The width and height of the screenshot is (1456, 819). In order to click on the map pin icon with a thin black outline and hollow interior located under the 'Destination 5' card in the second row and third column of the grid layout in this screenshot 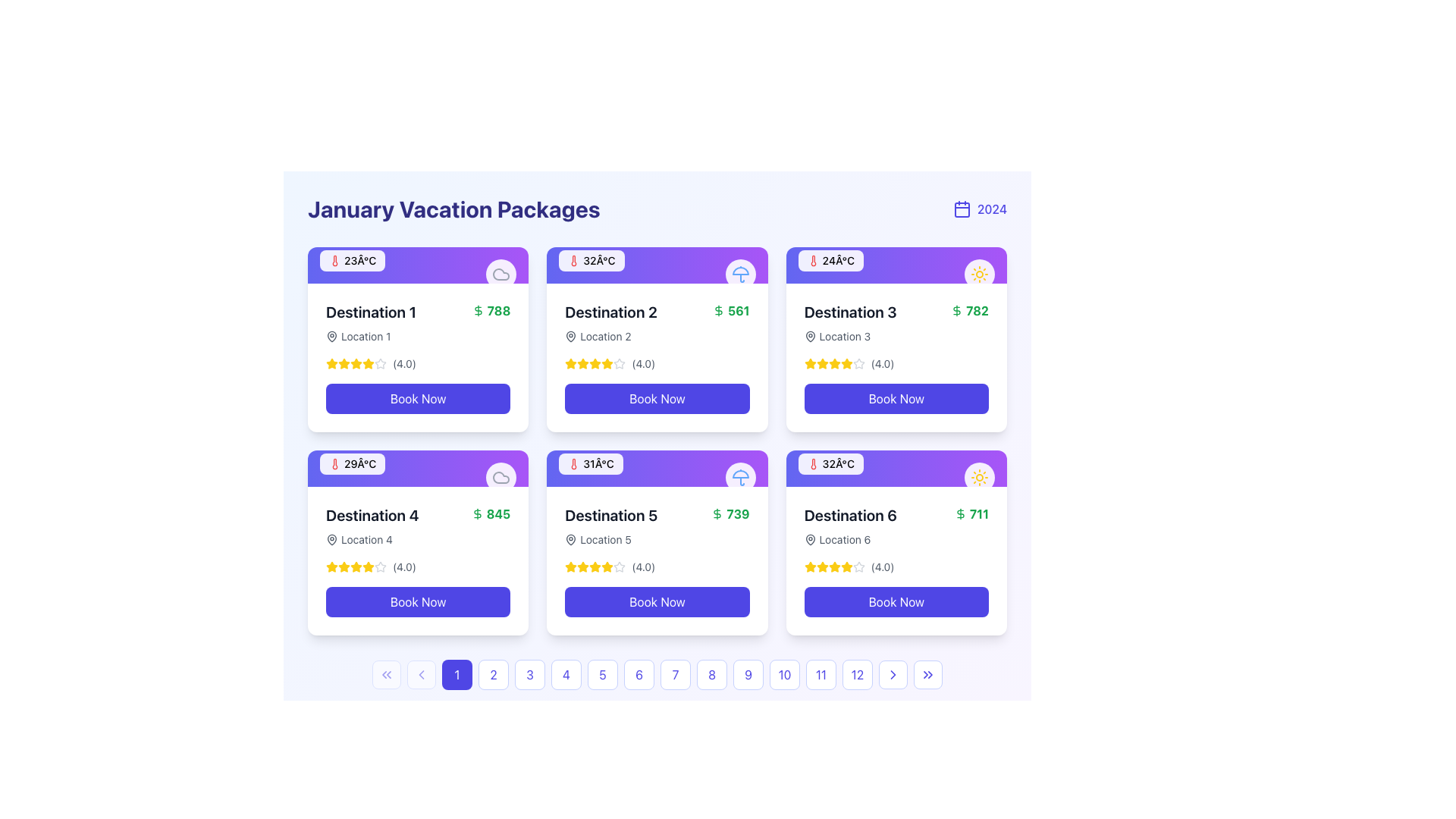, I will do `click(570, 539)`.